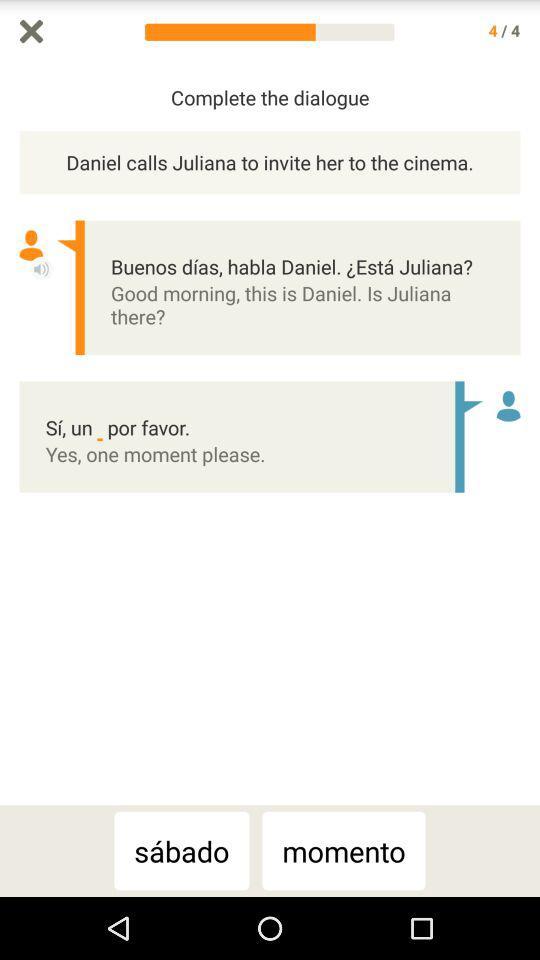 This screenshot has height=960, width=540. Describe the element at coordinates (30, 30) in the screenshot. I see `cancel and go back` at that location.